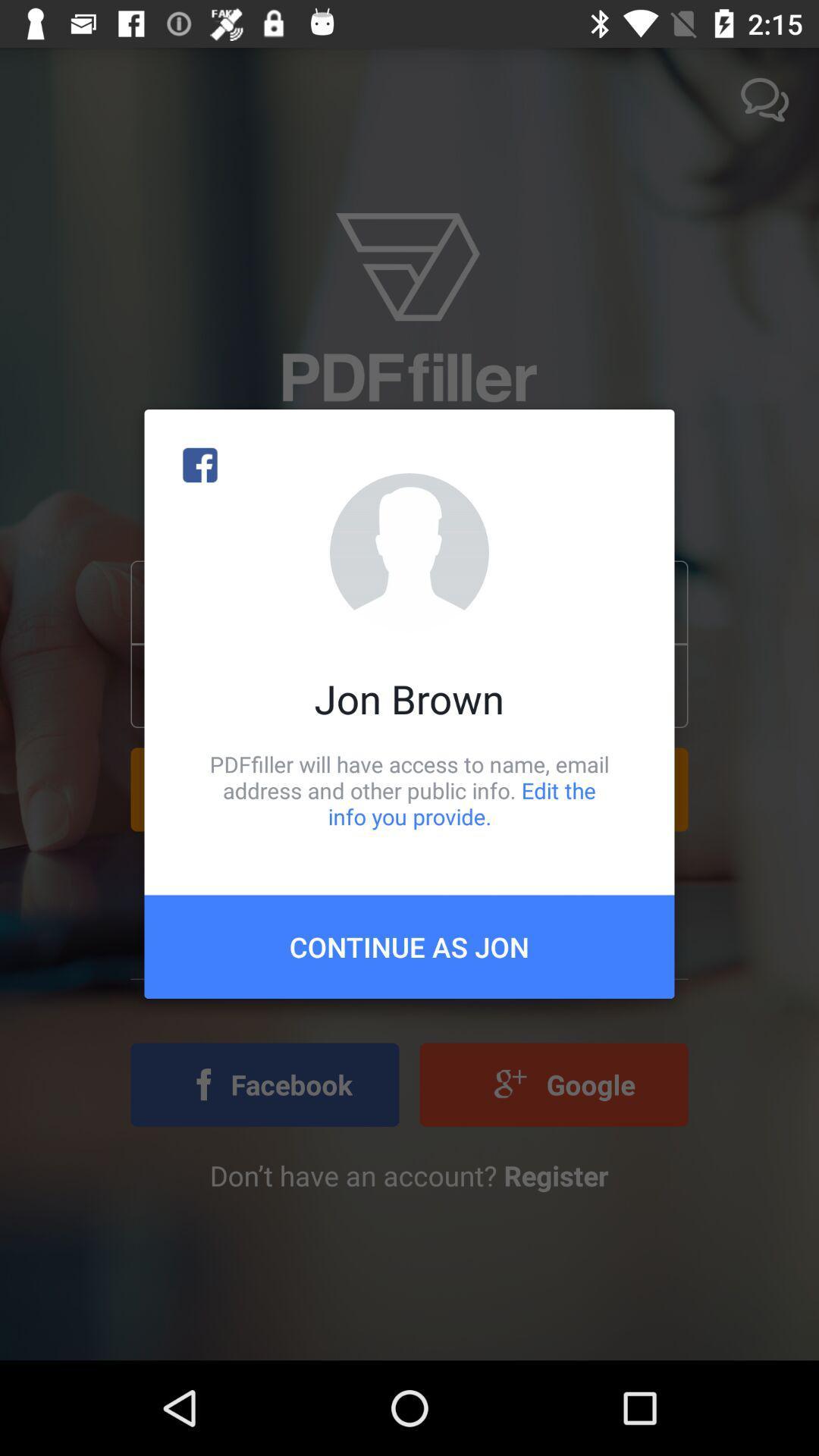  Describe the element at coordinates (409, 789) in the screenshot. I see `the pdffiller will have` at that location.